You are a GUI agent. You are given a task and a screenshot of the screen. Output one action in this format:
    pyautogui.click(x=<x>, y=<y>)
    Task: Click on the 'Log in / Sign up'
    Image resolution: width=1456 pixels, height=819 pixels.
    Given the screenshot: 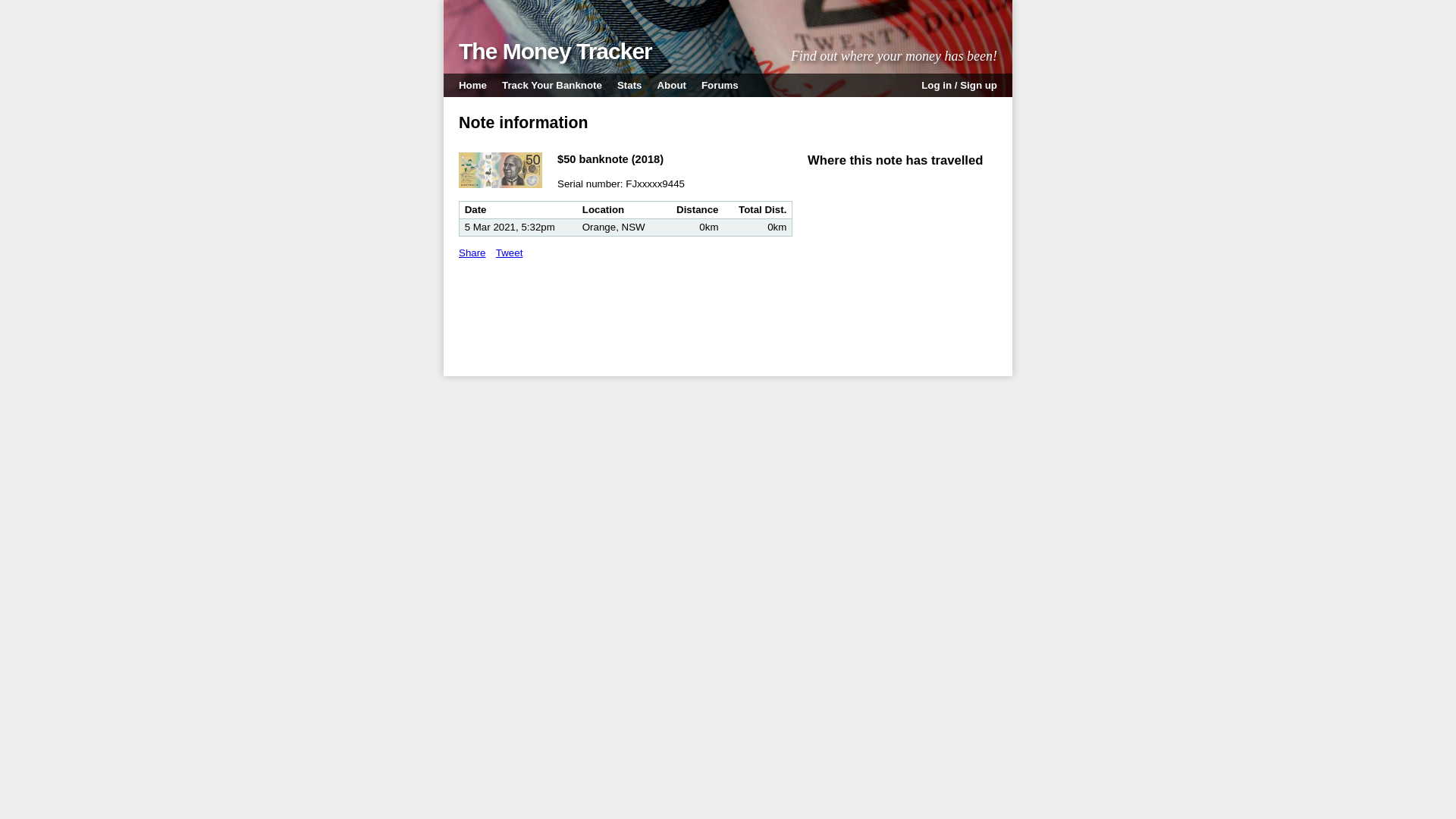 What is the action you would take?
    pyautogui.click(x=959, y=85)
    